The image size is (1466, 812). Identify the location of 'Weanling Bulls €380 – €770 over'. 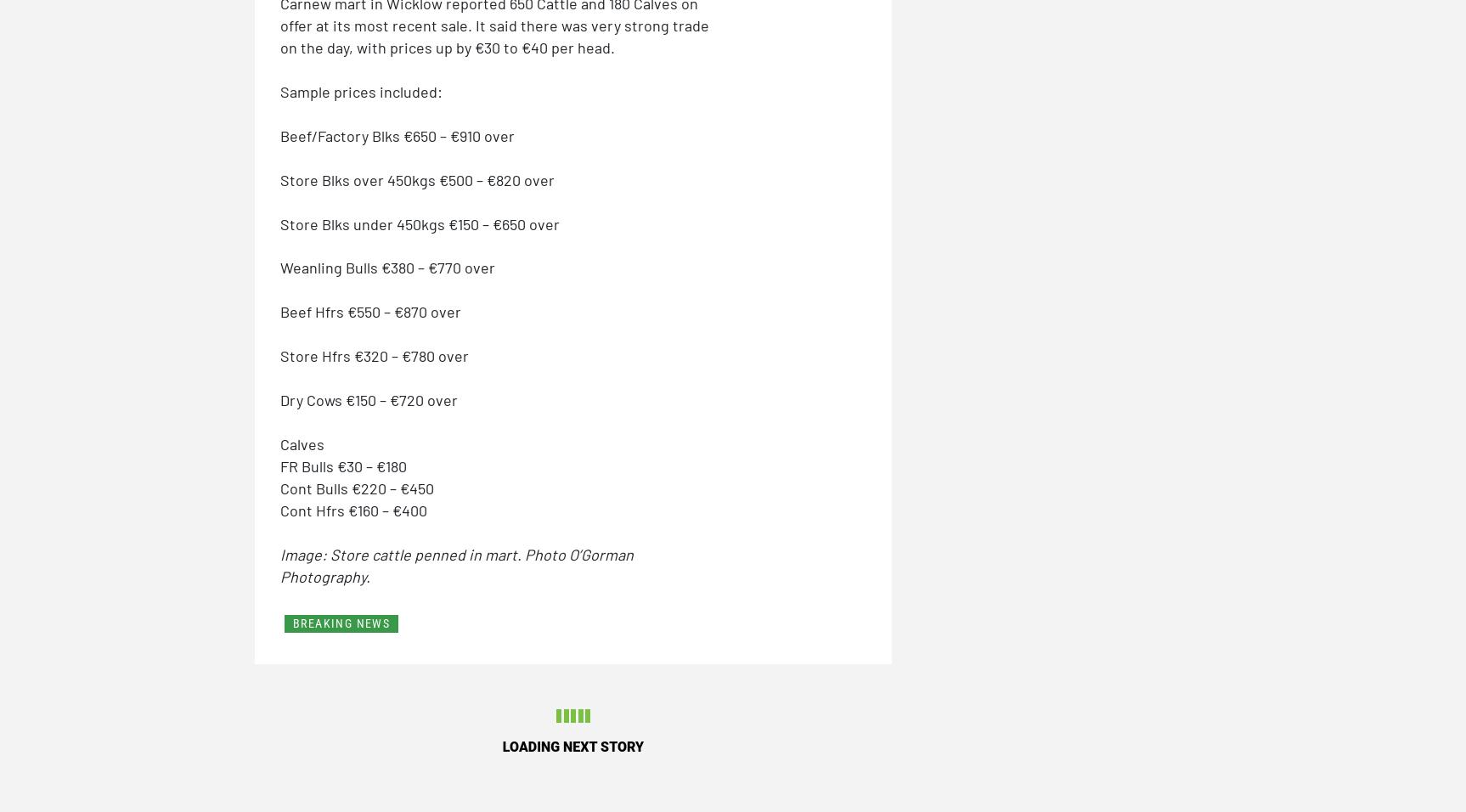
(386, 267).